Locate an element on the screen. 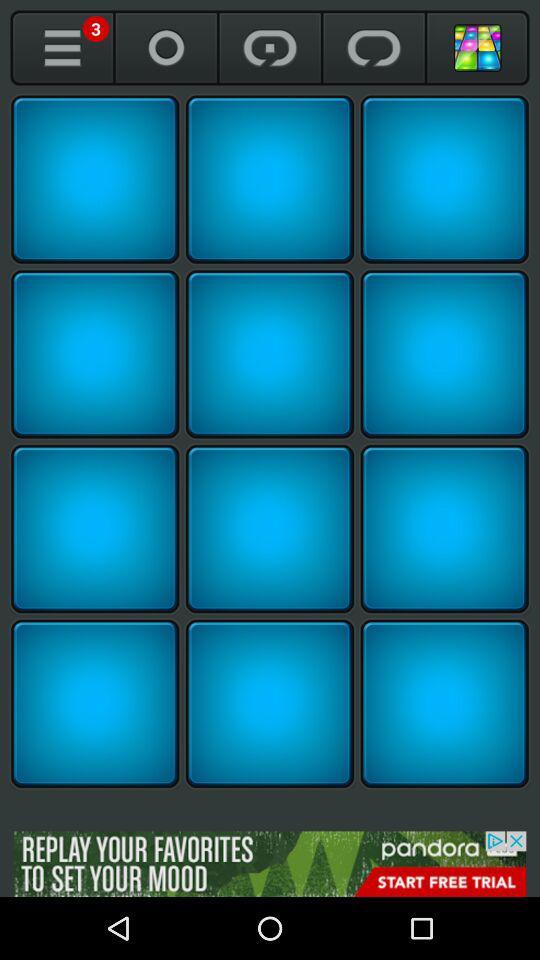  share the article is located at coordinates (94, 354).